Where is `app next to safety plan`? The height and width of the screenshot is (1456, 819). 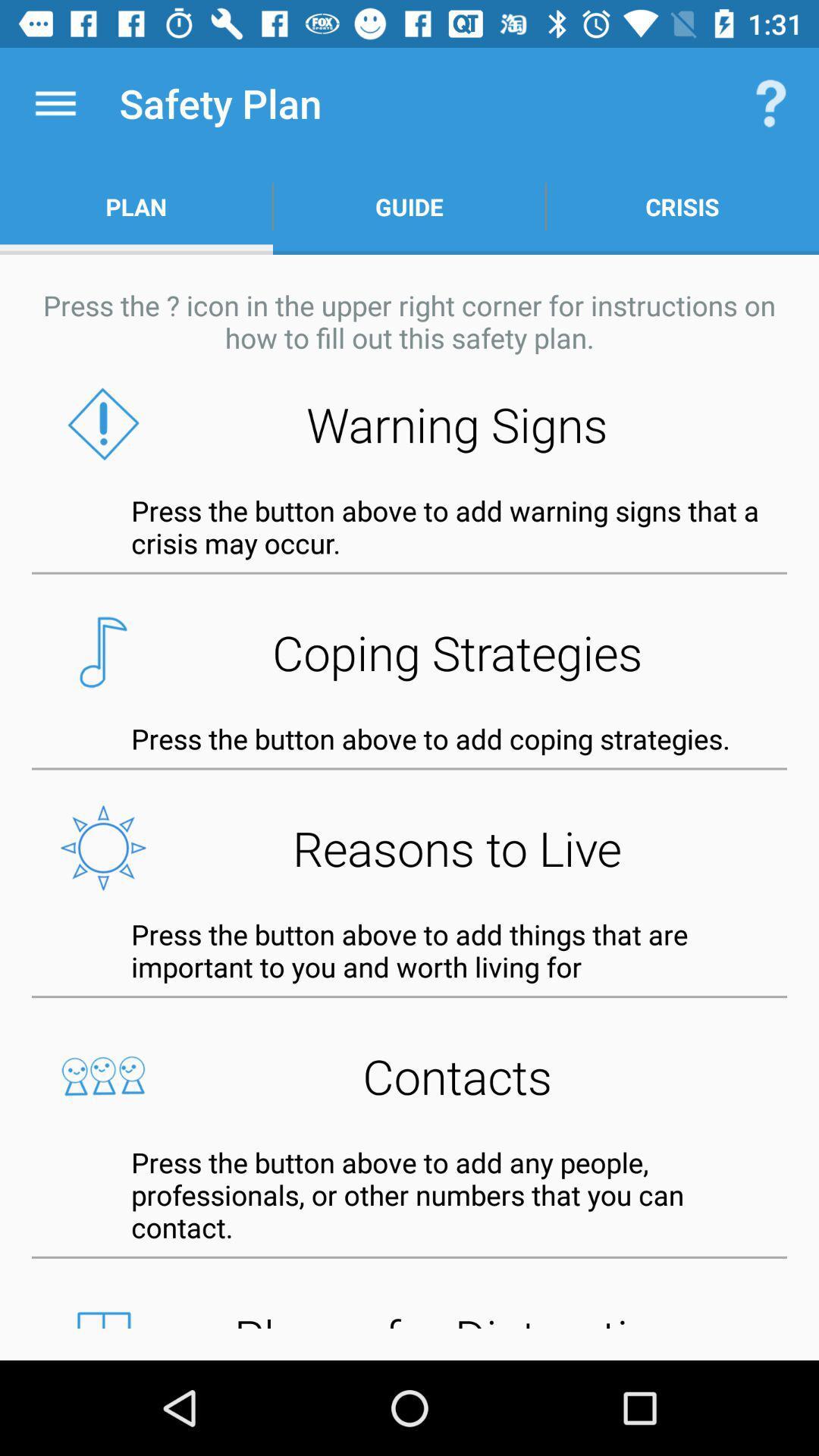 app next to safety plan is located at coordinates (55, 102).